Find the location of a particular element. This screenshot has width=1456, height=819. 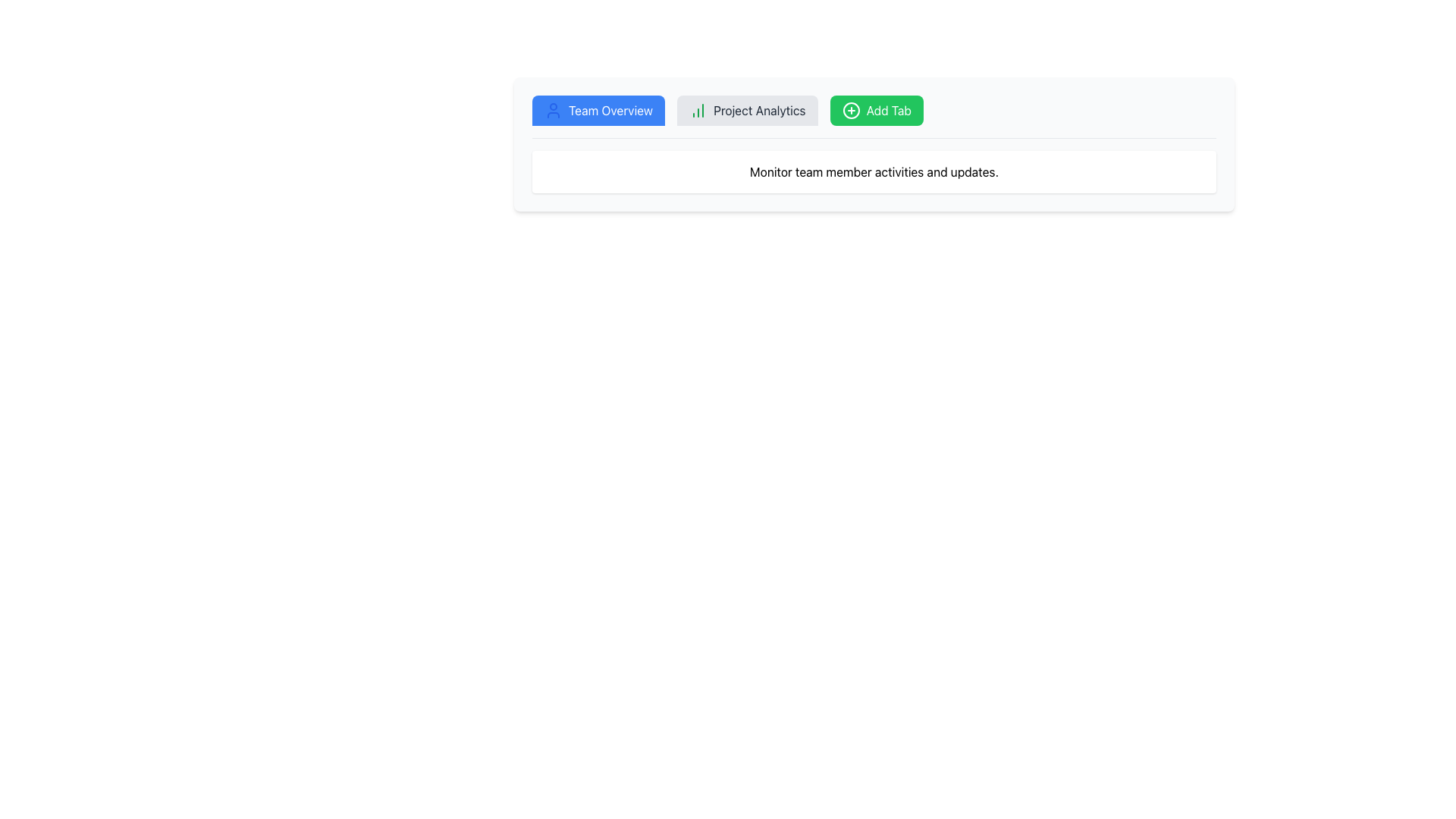

the 'Project Analytics' tab button, which is the second tab in the navigation bar is located at coordinates (747, 110).